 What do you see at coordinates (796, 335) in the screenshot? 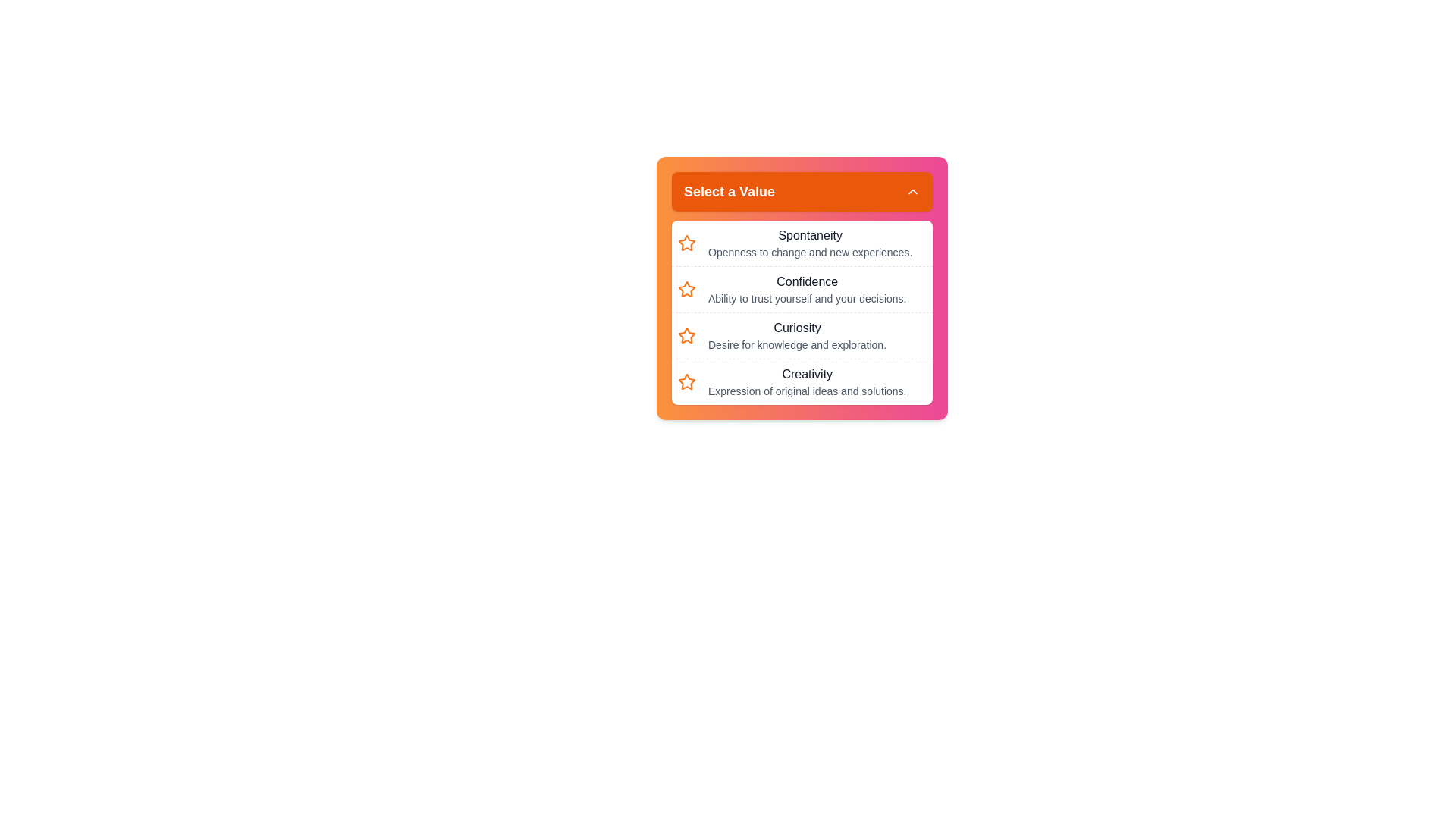
I see `the selectable list item labeled 'Curiosity' in the dropdown menu to trigger a visual indication of focus` at bounding box center [796, 335].